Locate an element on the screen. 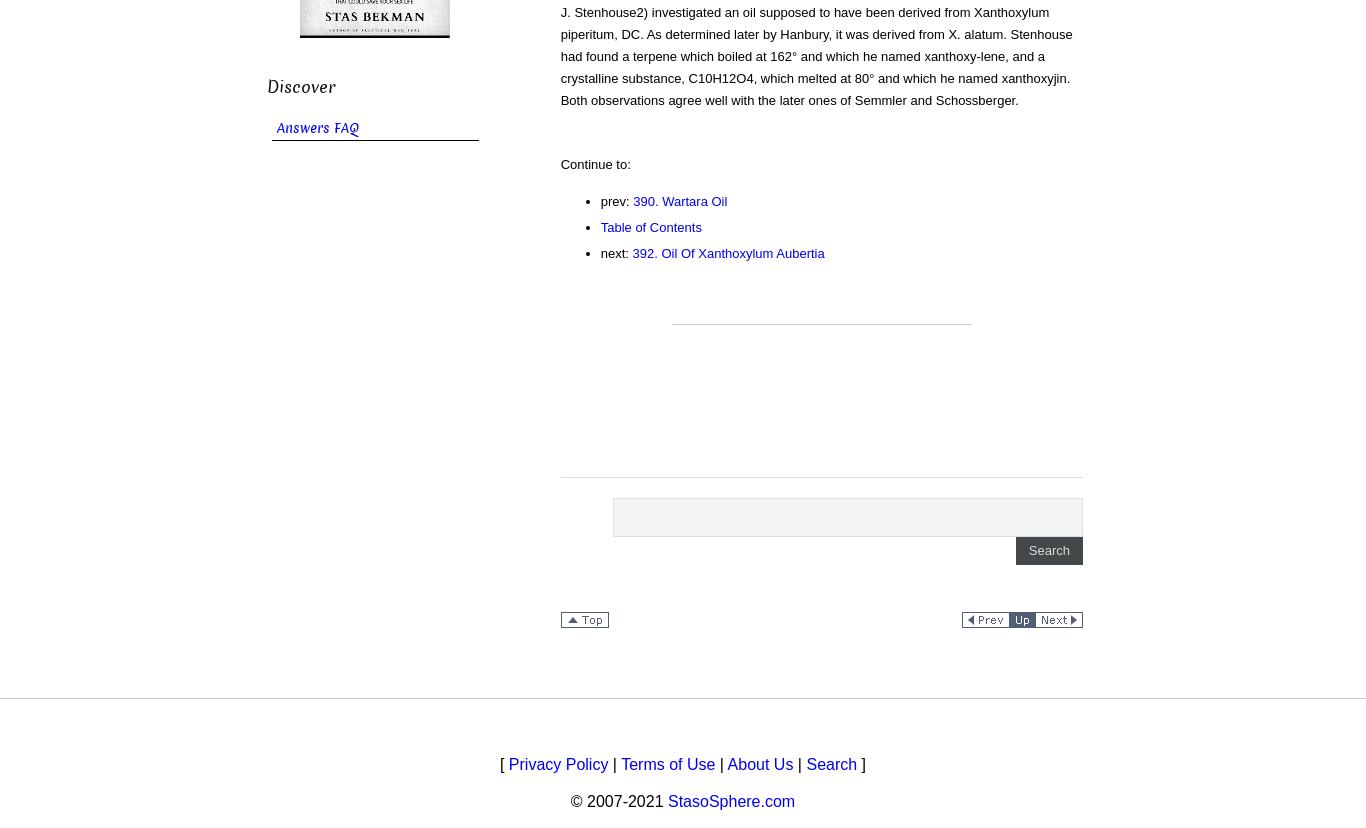 This screenshot has width=1366, height=828. '[' is located at coordinates (503, 763).